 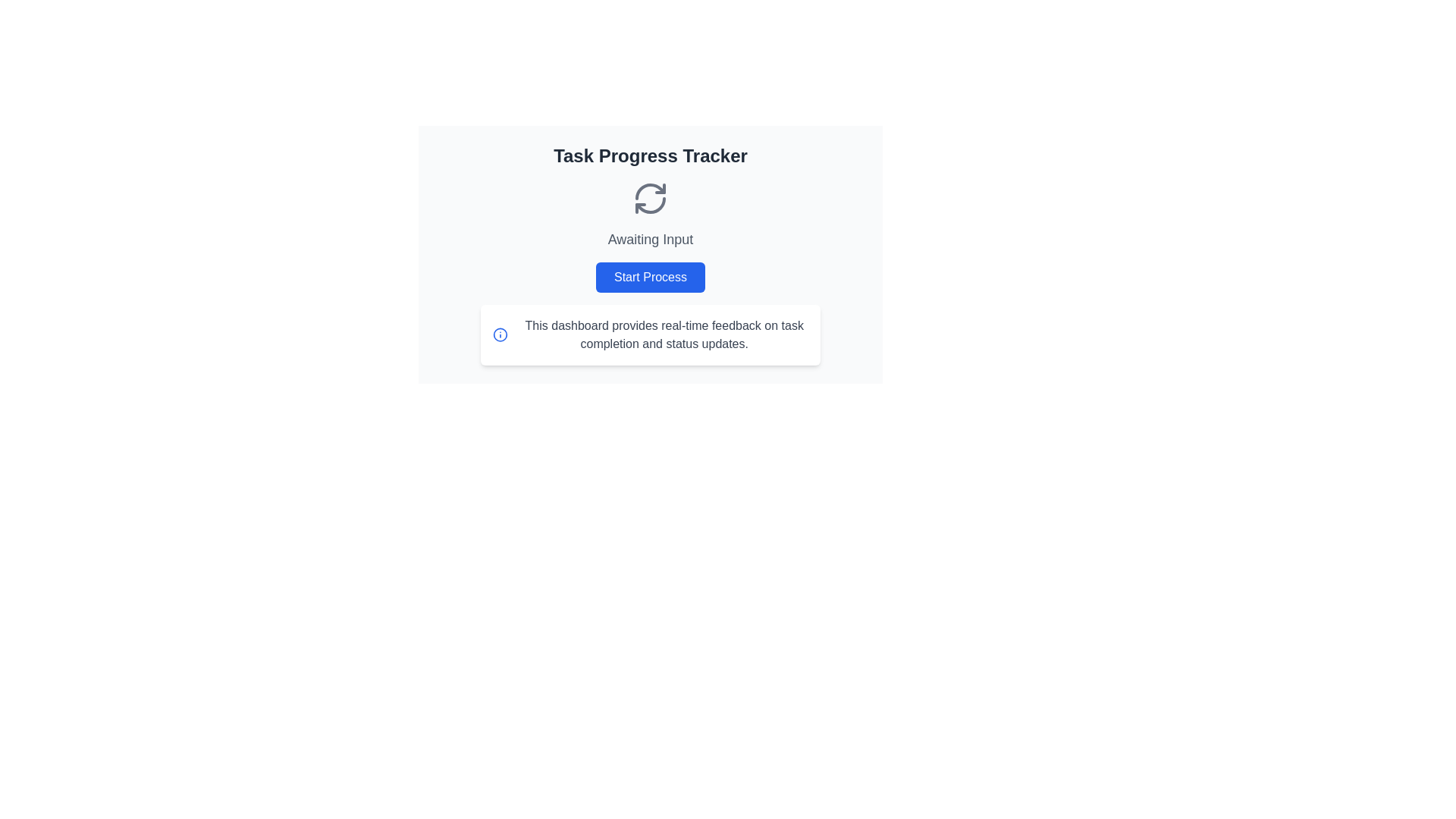 I want to click on the text label that states 'This dashboard provides real-time feedback on task completion and status updates.' positioned to the right of an informational icon, so click(x=664, y=334).